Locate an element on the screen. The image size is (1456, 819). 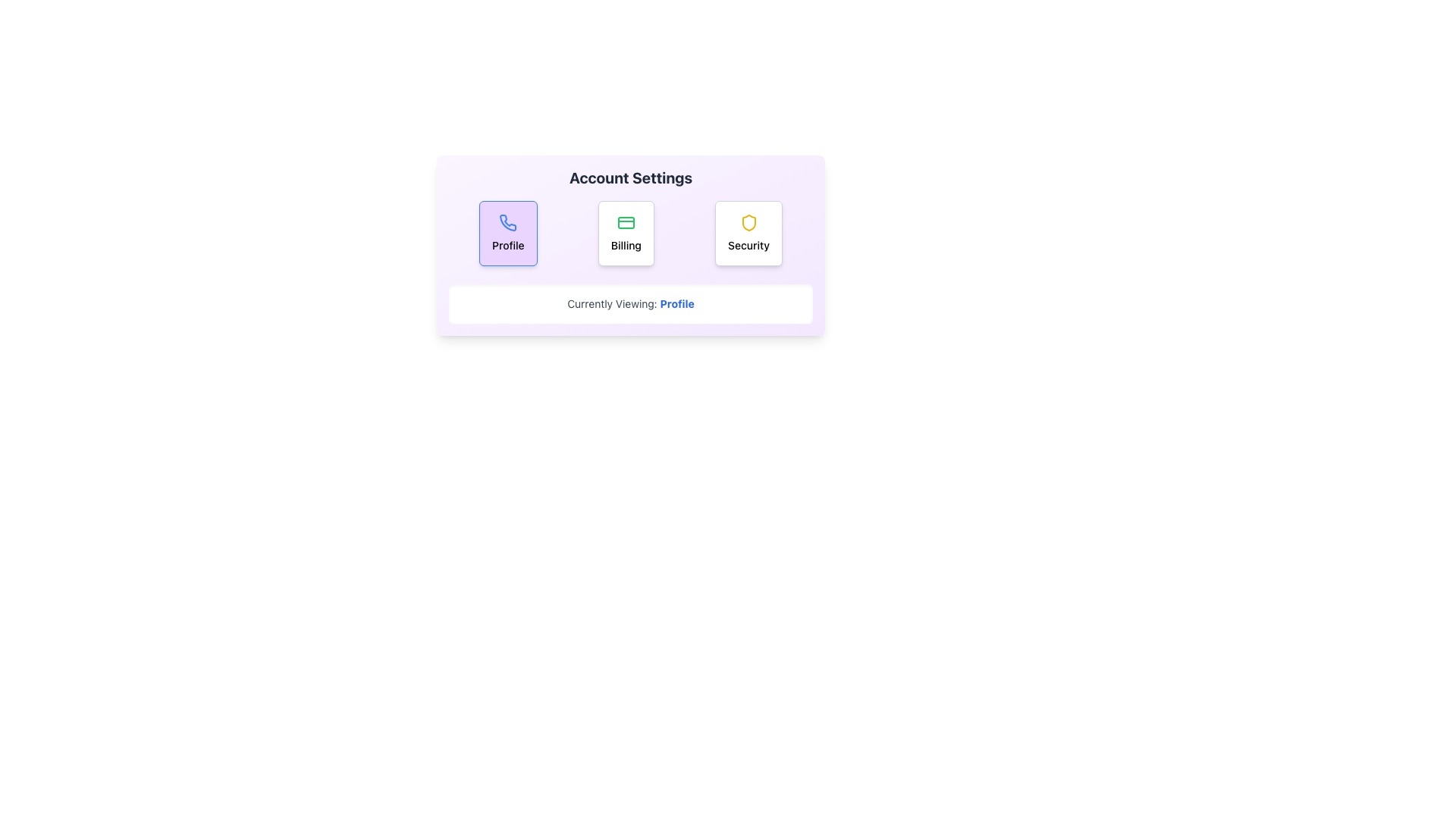
the security settings icon located centrally within the Account Settings menu, to the right of the Profile and Billing options under the Security label is located at coordinates (748, 222).